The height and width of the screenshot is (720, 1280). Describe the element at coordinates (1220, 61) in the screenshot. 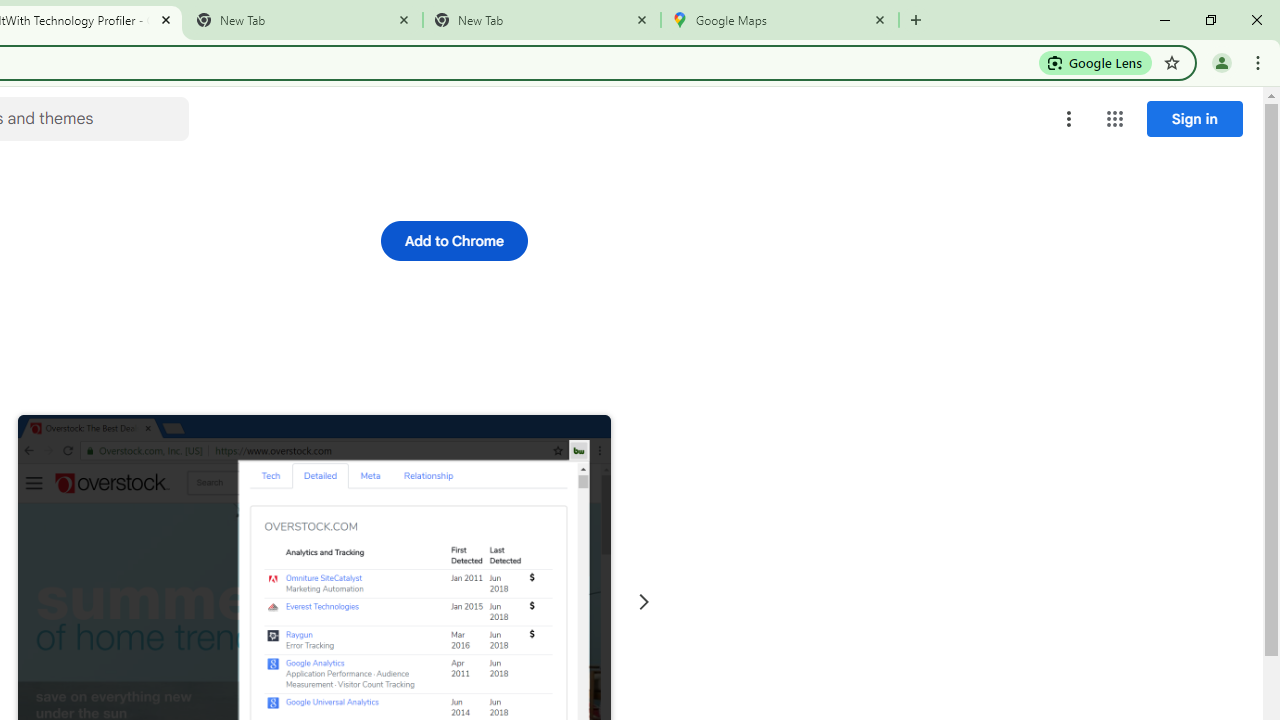

I see `'You'` at that location.